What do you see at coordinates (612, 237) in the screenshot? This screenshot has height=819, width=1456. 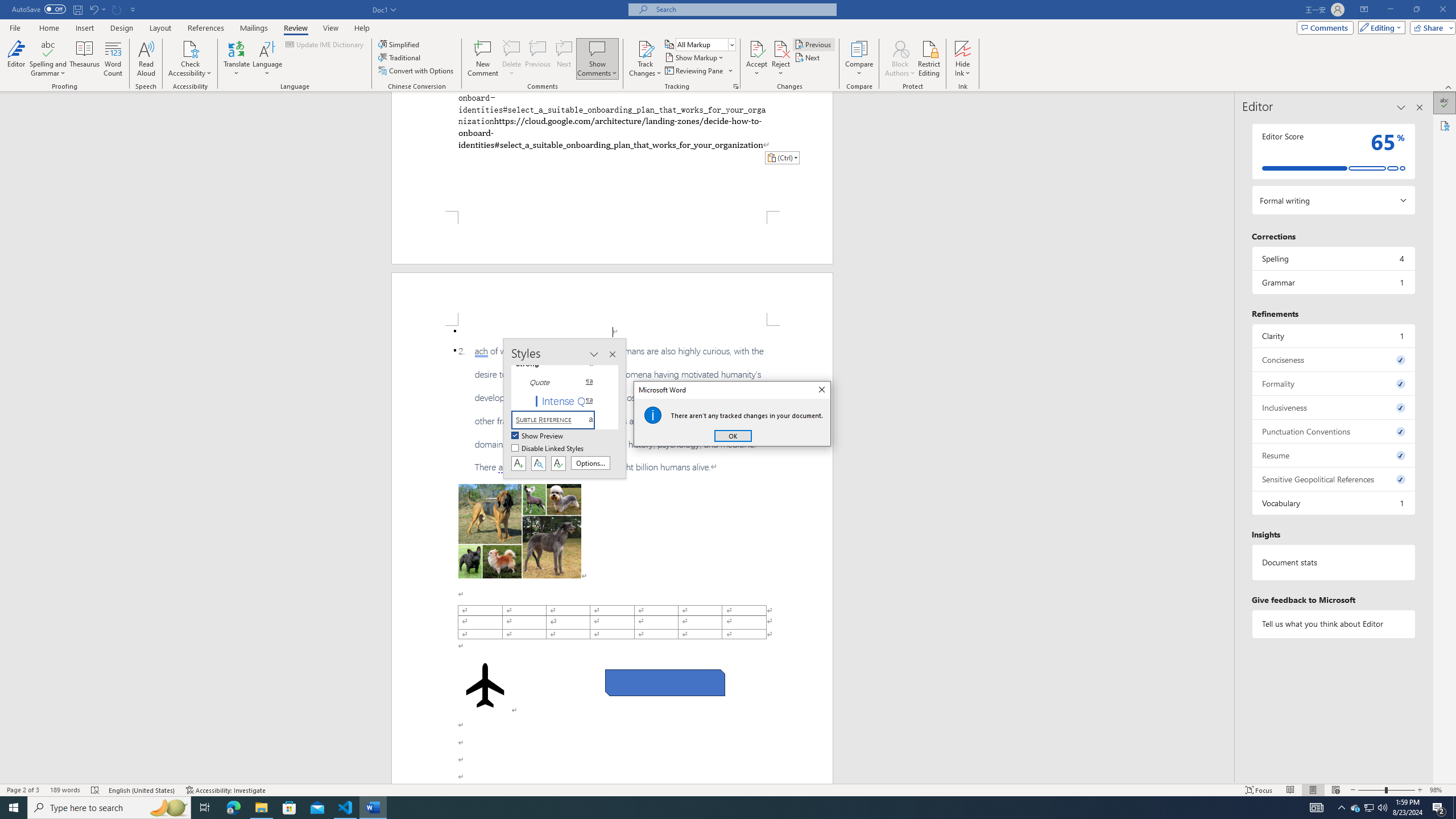 I see `'Footer -Section 1-'` at bounding box center [612, 237].